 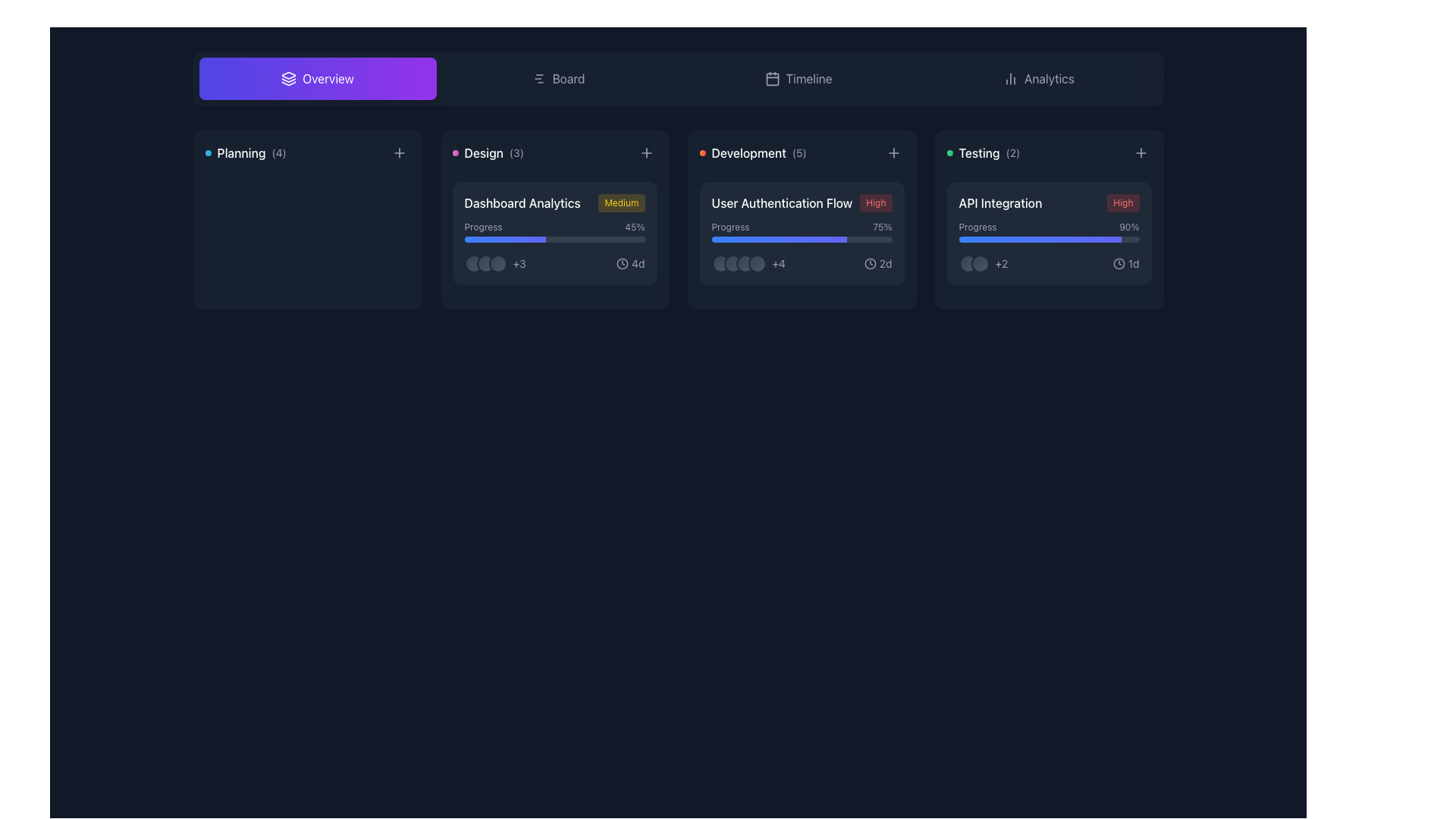 What do you see at coordinates (485, 262) in the screenshot?
I see `the second circular icon with a gradient fill in the 'Design' category card, which is horizontally aligned with two other similar icons` at bounding box center [485, 262].